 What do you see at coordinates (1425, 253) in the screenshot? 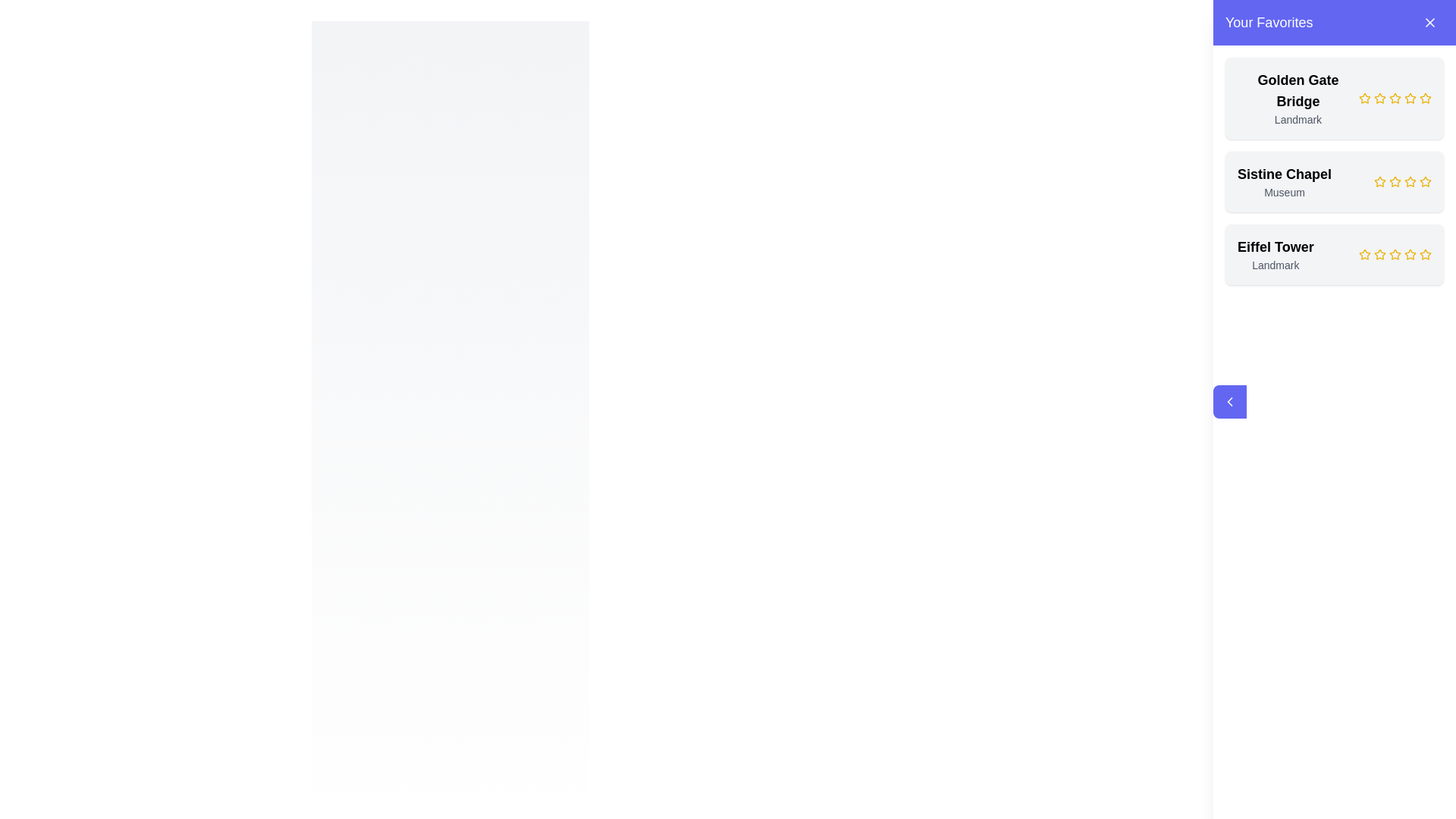
I see `the fifth star icon in the rating system for the 'Eiffel Tower' content` at bounding box center [1425, 253].